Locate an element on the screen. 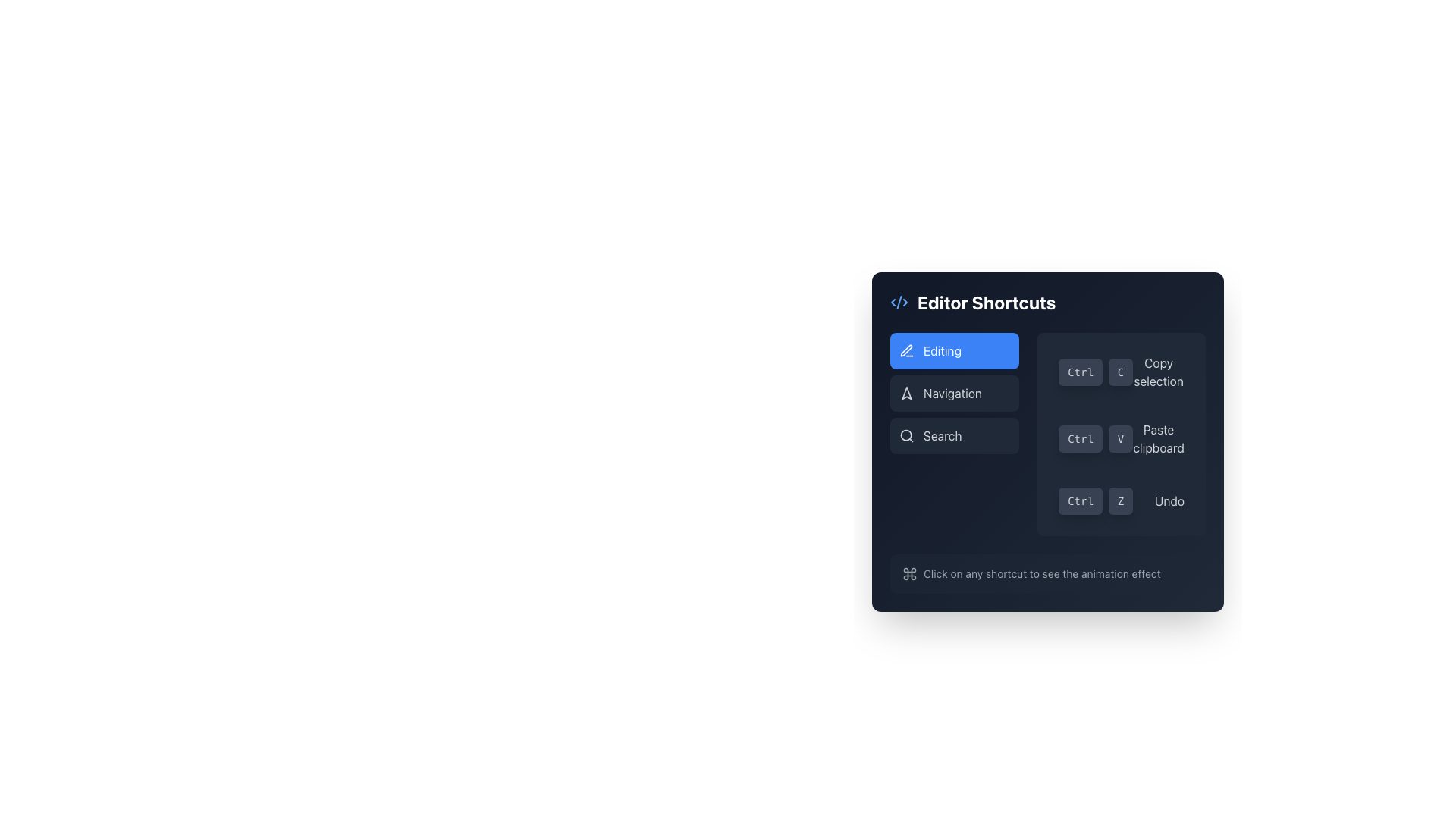 Image resolution: width=1456 pixels, height=819 pixels. the search icon within the 'Search' button, which is the third item in the vertically stacked list under 'Editor Shortcuts.' is located at coordinates (906, 435).